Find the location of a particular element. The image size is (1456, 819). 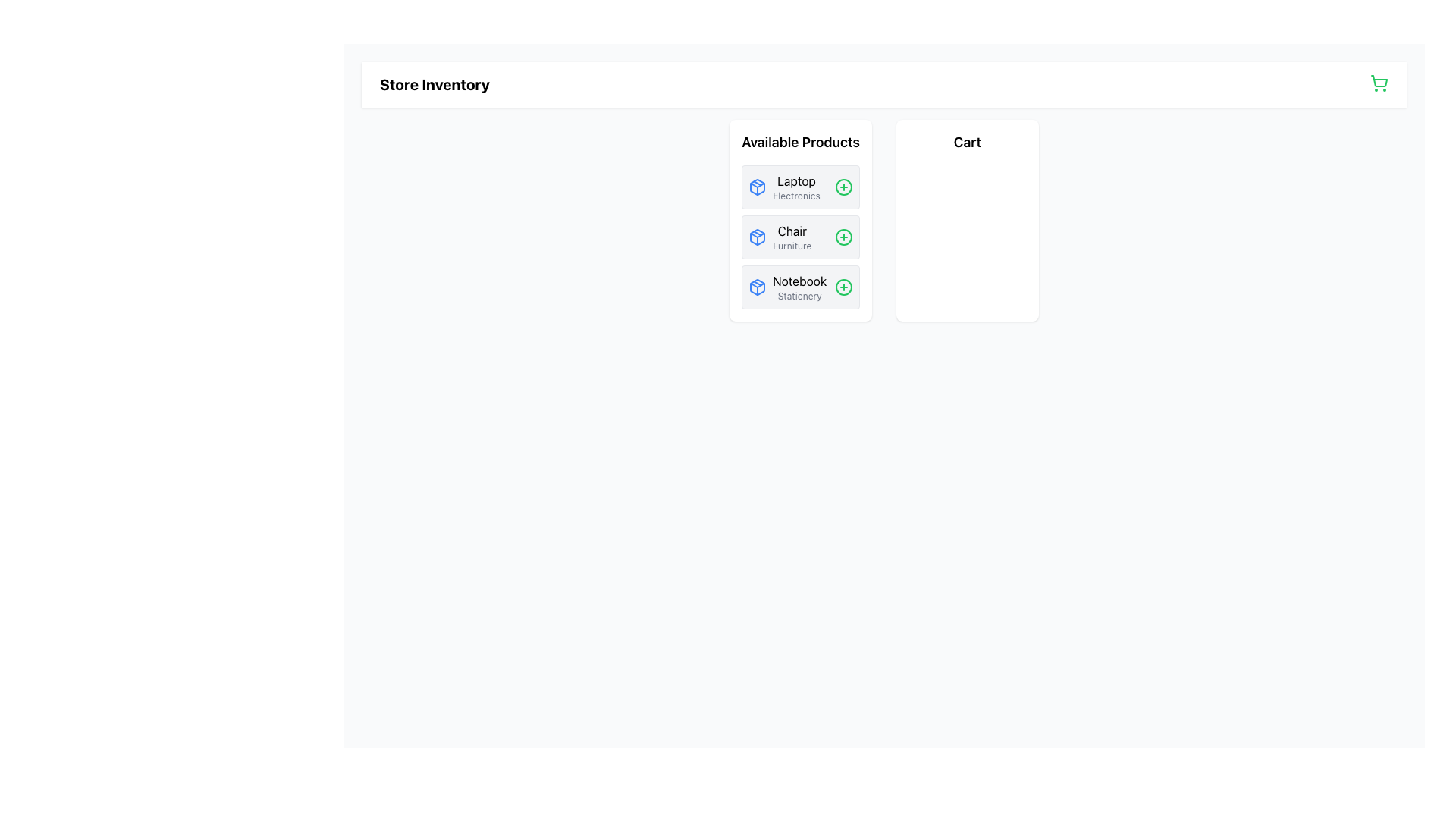

the 'Laptop' text label in the 'Available Products' section, located between a blue square icon and a green circular '+' icon is located at coordinates (795, 186).